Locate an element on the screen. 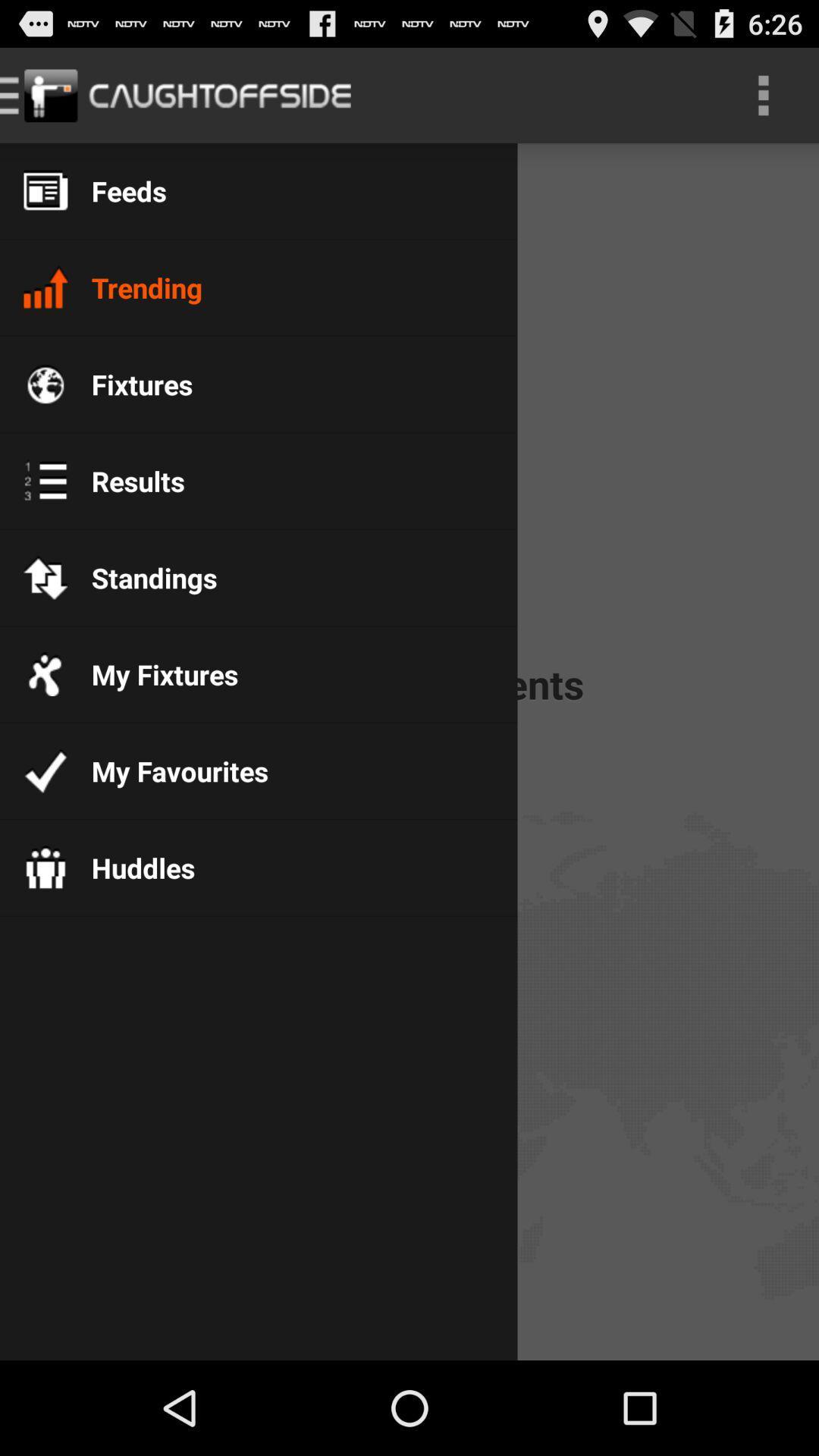  the standings icon is located at coordinates (142, 577).